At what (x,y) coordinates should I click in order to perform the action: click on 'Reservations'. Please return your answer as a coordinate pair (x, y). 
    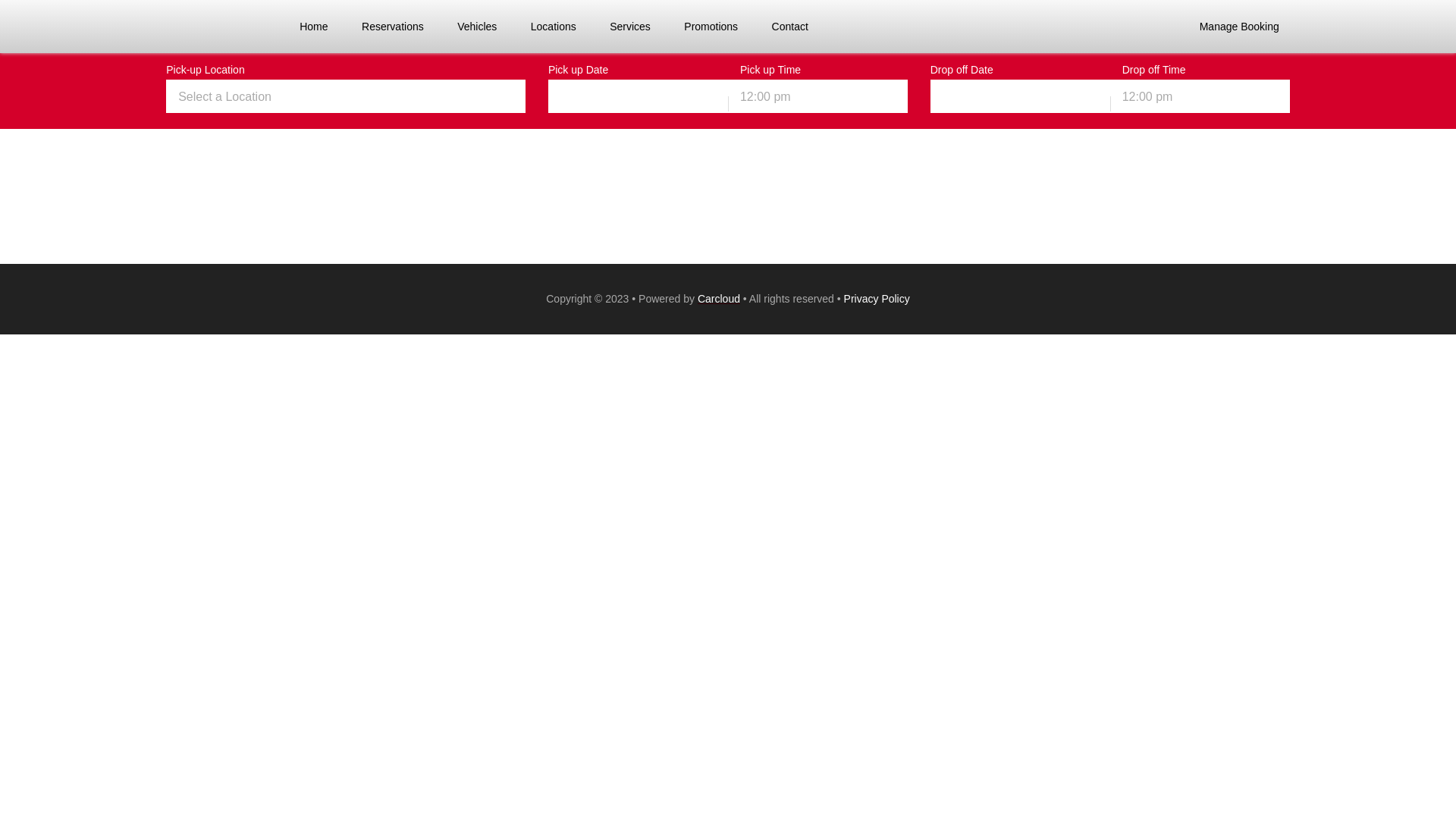
    Looking at the image, I should click on (353, 26).